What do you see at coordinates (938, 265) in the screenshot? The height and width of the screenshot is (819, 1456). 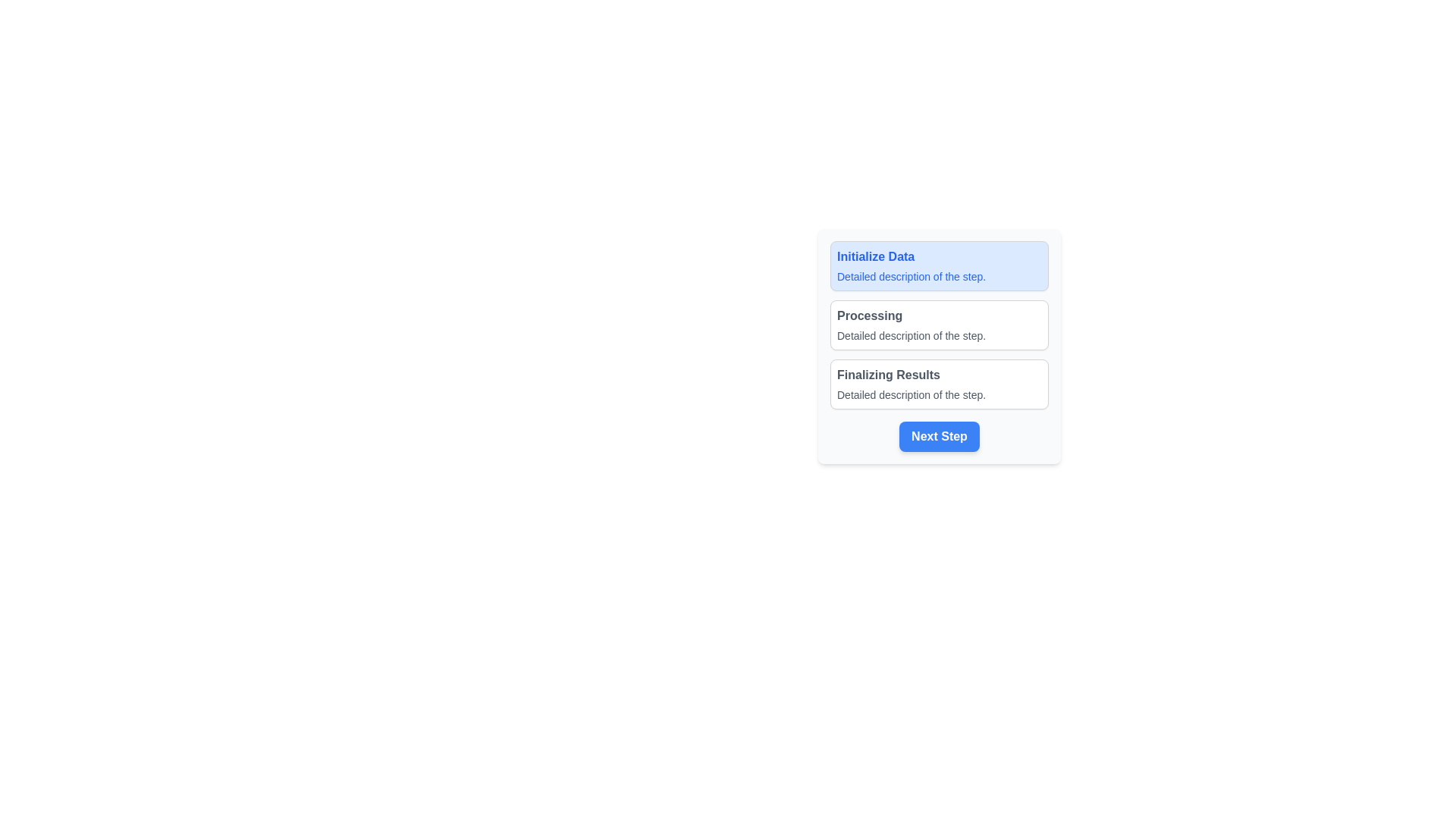 I see `descriptive text within the 'Initialize Data' Panel Section, which contains a bold title and a smaller description text` at bounding box center [938, 265].